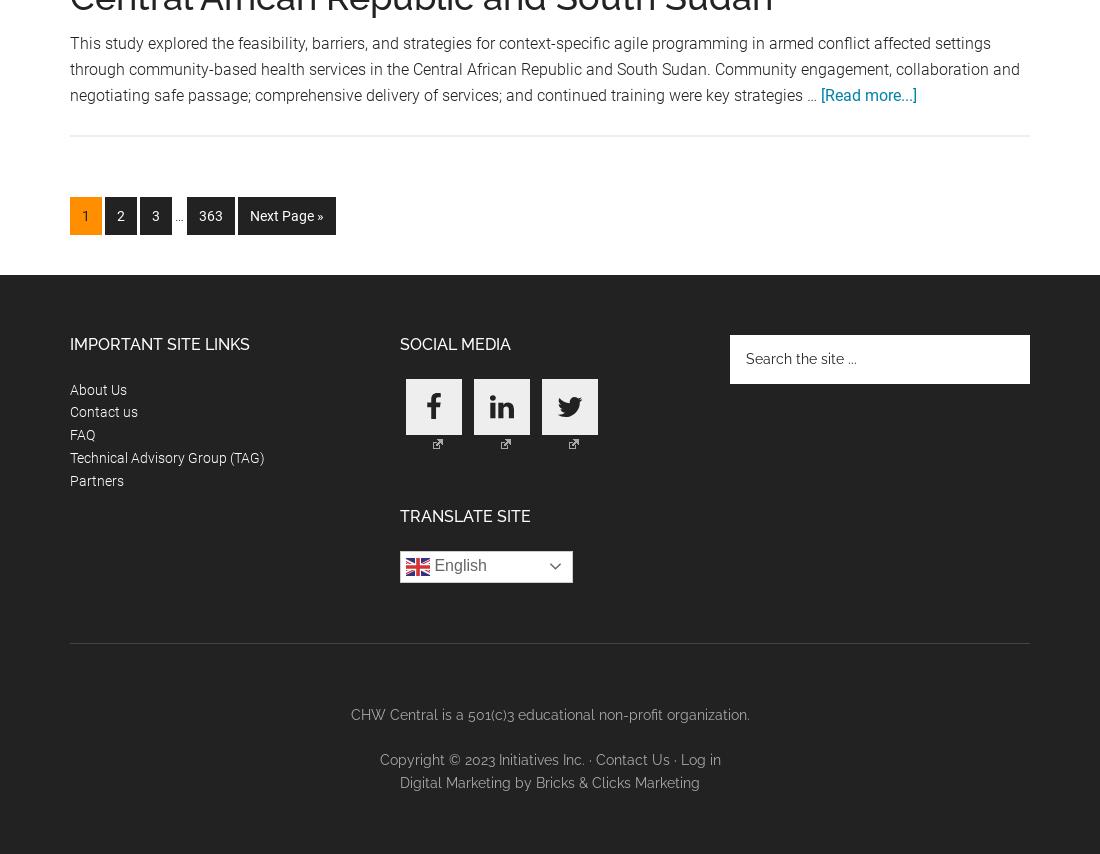 The image size is (1100, 854). I want to click on 'Translate Site', so click(464, 515).